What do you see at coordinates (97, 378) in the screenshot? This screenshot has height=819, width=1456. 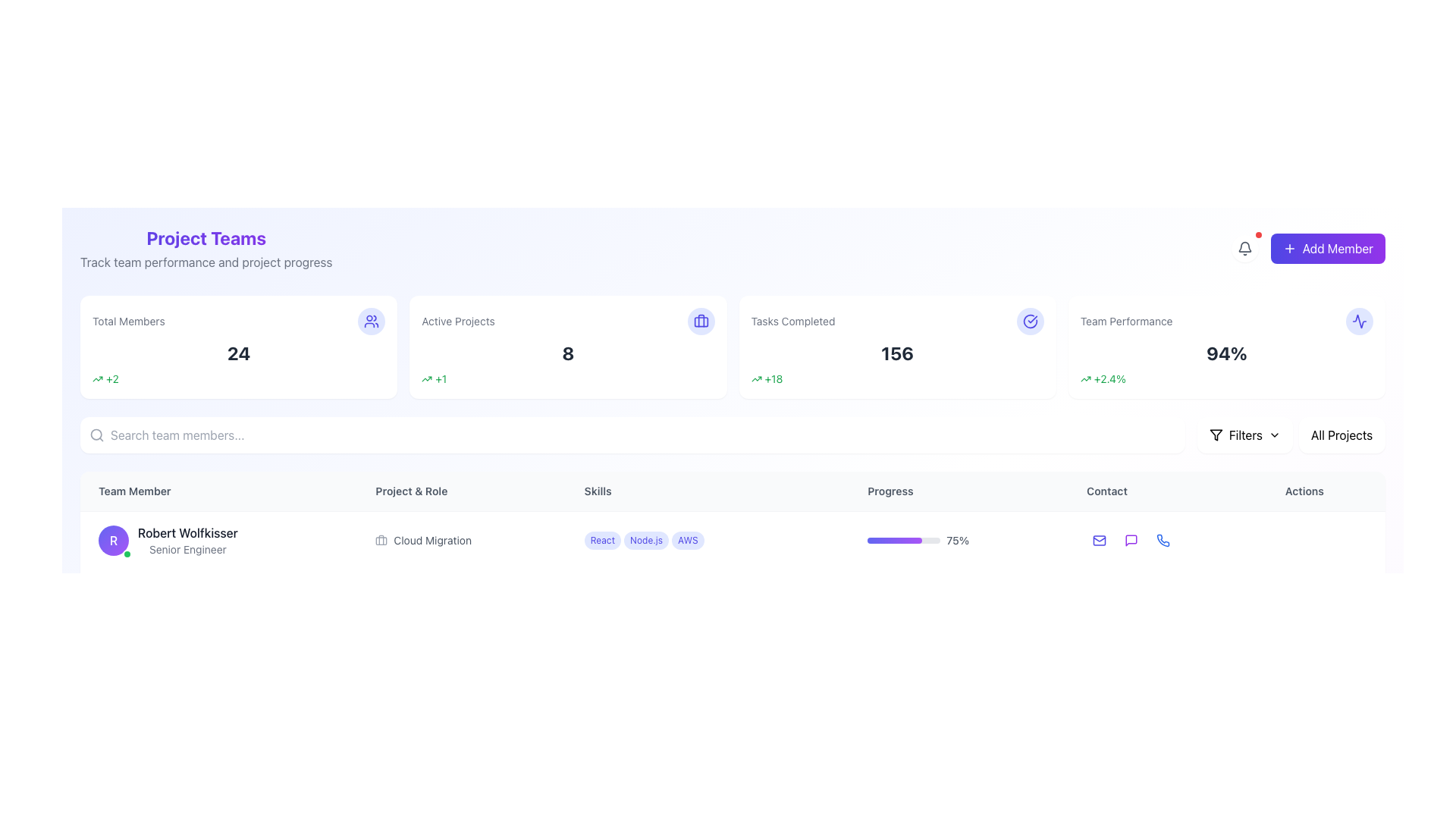 I see `the icon indicating an increase in the 'Total Members' metric, located below the number '24' and to the left of the green '+2' text indicator` at bounding box center [97, 378].